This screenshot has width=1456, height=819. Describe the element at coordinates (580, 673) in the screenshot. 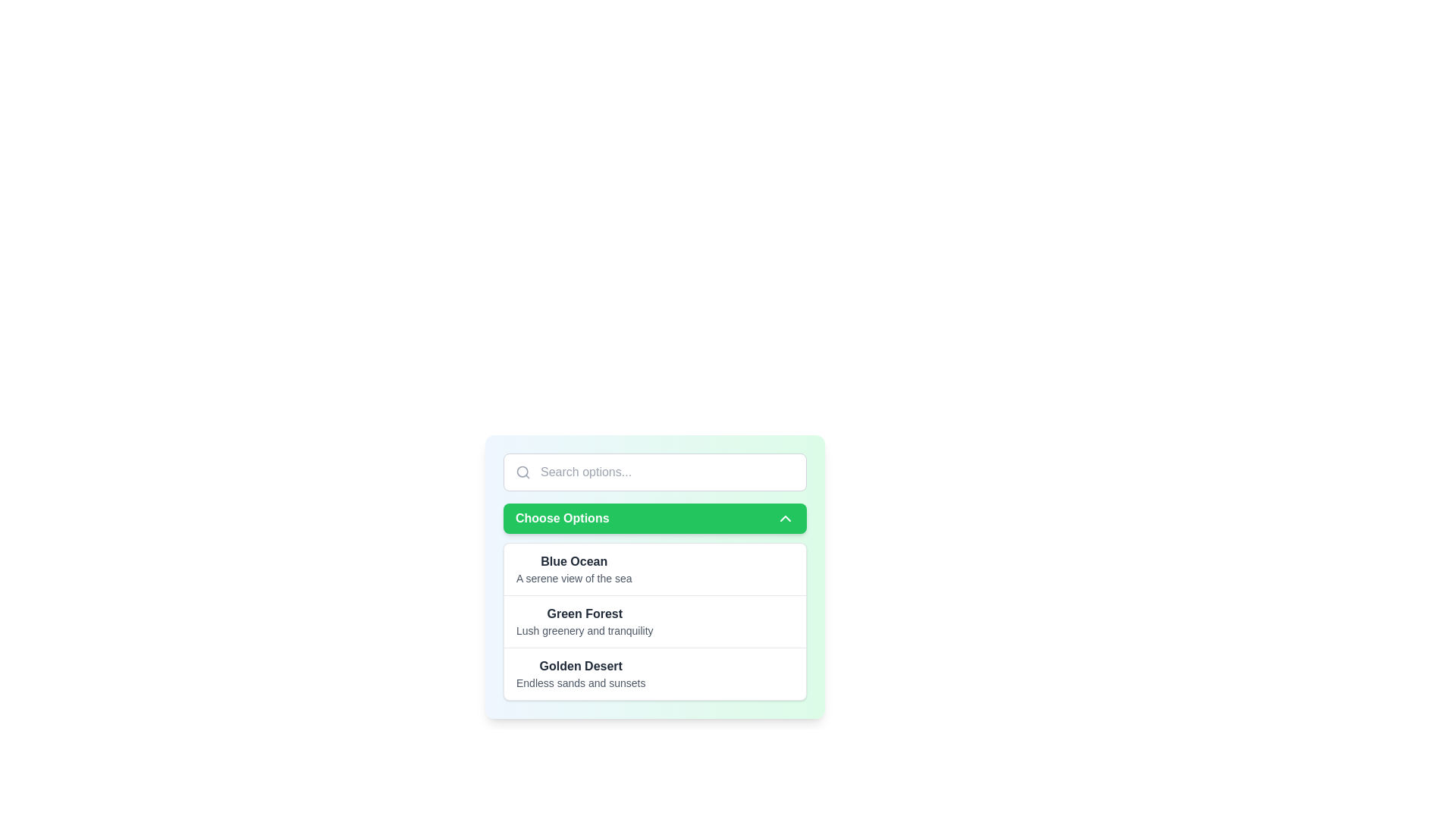

I see `the List Item Textual Display showing 'Golden Desert' and 'Endless sands and sunsets', which is the third item in the dropdown menu` at that location.